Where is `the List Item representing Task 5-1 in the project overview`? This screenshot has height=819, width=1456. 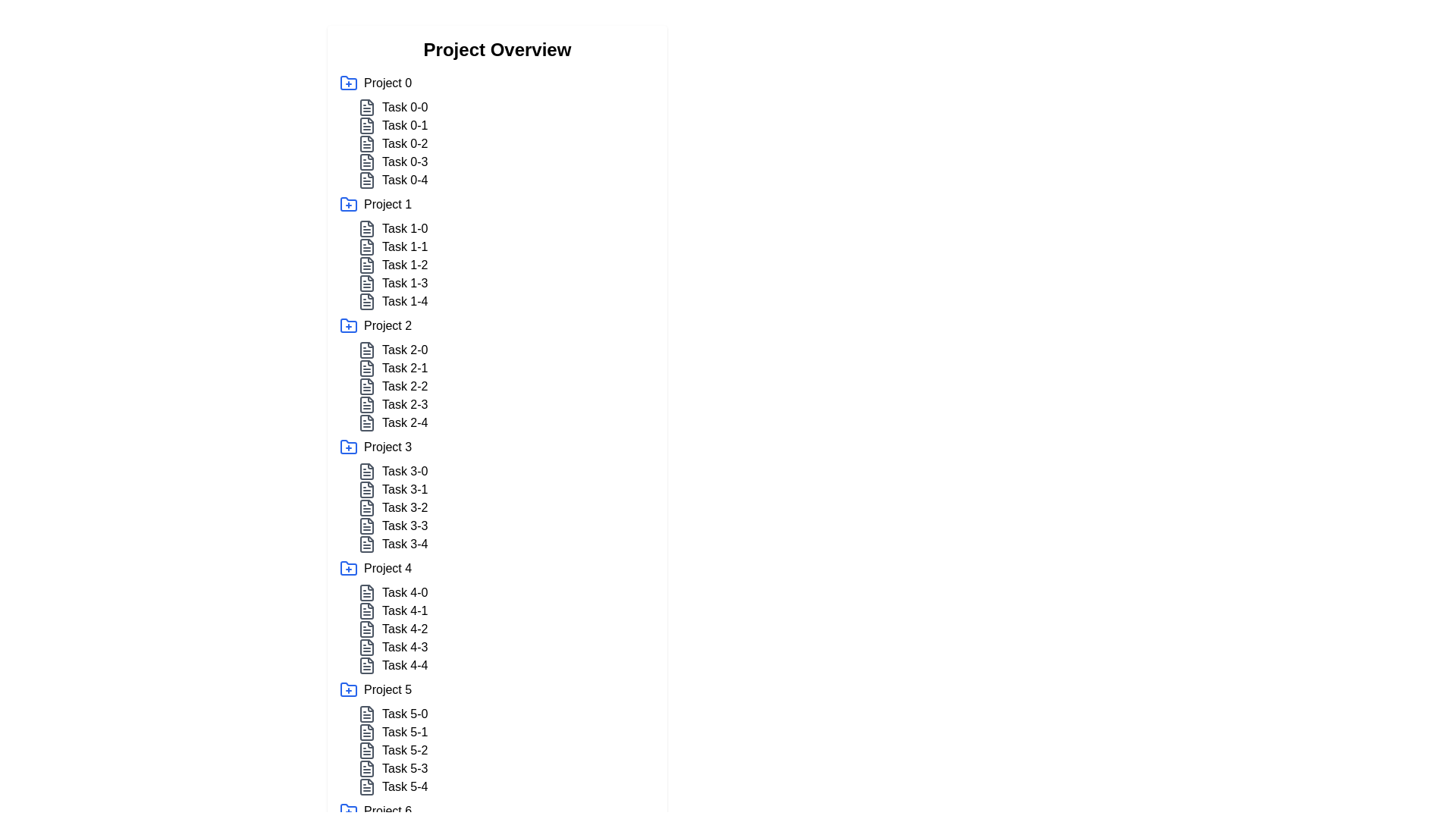 the List Item representing Task 5-1 in the project overview is located at coordinates (506, 731).